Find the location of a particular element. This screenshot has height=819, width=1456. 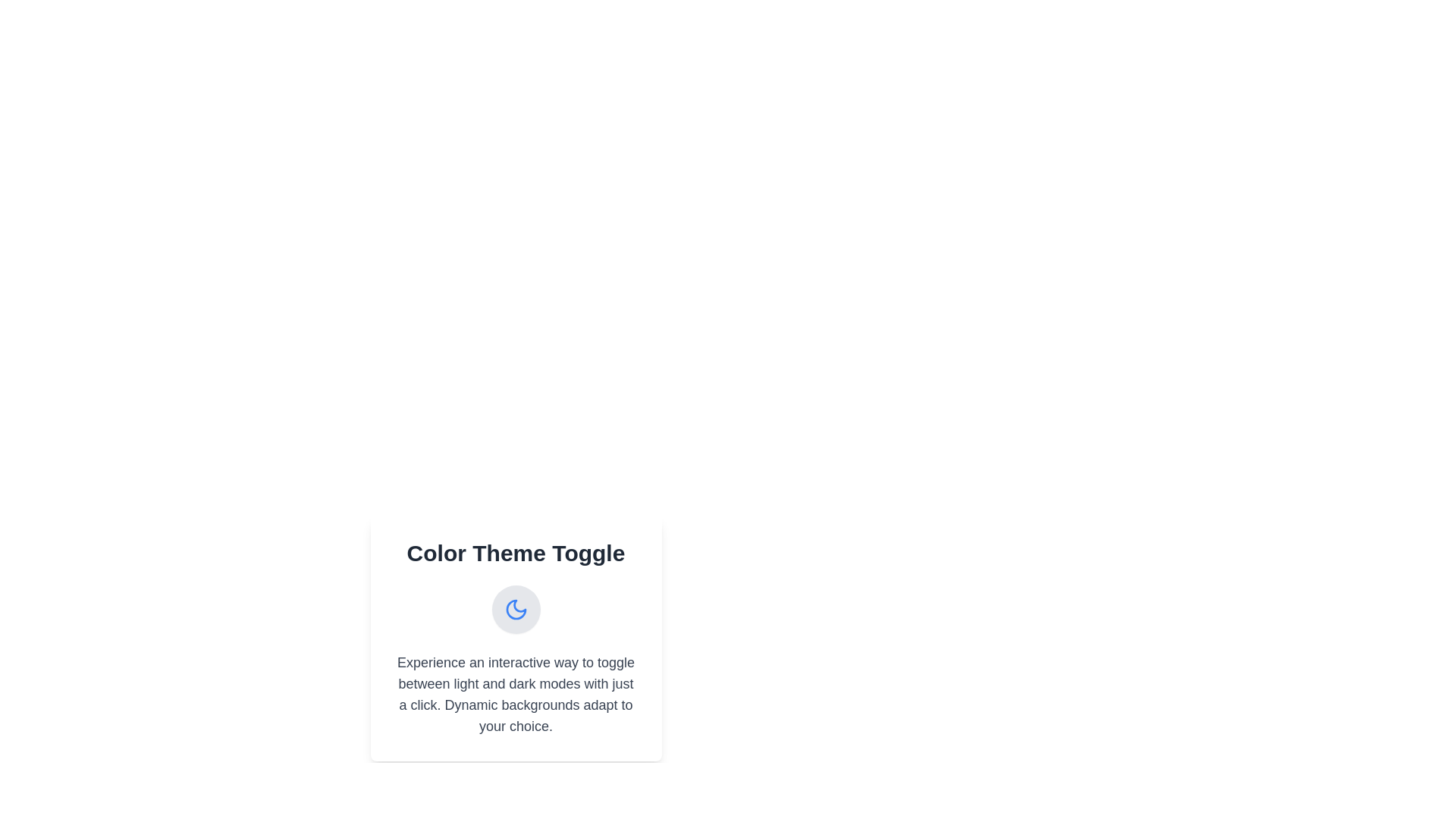

the block of text displaying the message about toggling between light and dark modes, which is centrally aligned with gray font color and is located beneath the 'Color Theme Toggle' header is located at coordinates (516, 694).